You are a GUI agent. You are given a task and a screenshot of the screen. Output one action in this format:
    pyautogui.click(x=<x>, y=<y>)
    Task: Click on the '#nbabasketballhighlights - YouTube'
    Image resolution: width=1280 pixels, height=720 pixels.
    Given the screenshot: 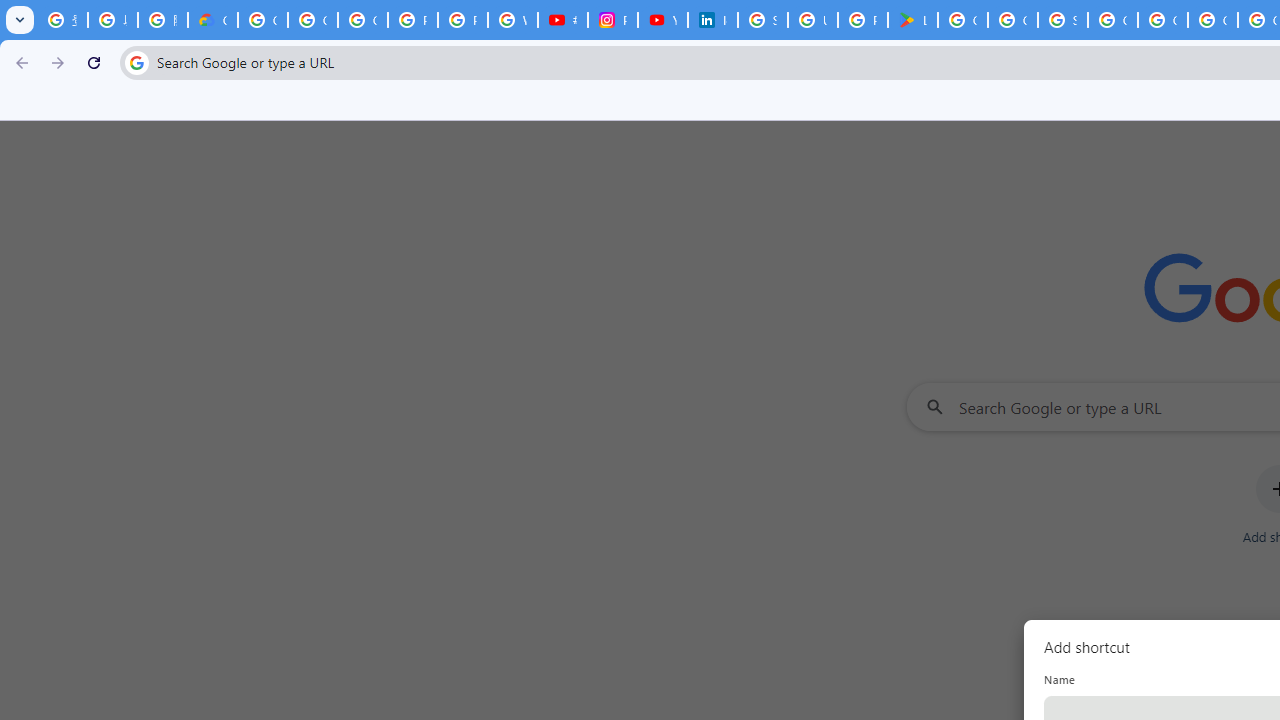 What is the action you would take?
    pyautogui.click(x=561, y=20)
    